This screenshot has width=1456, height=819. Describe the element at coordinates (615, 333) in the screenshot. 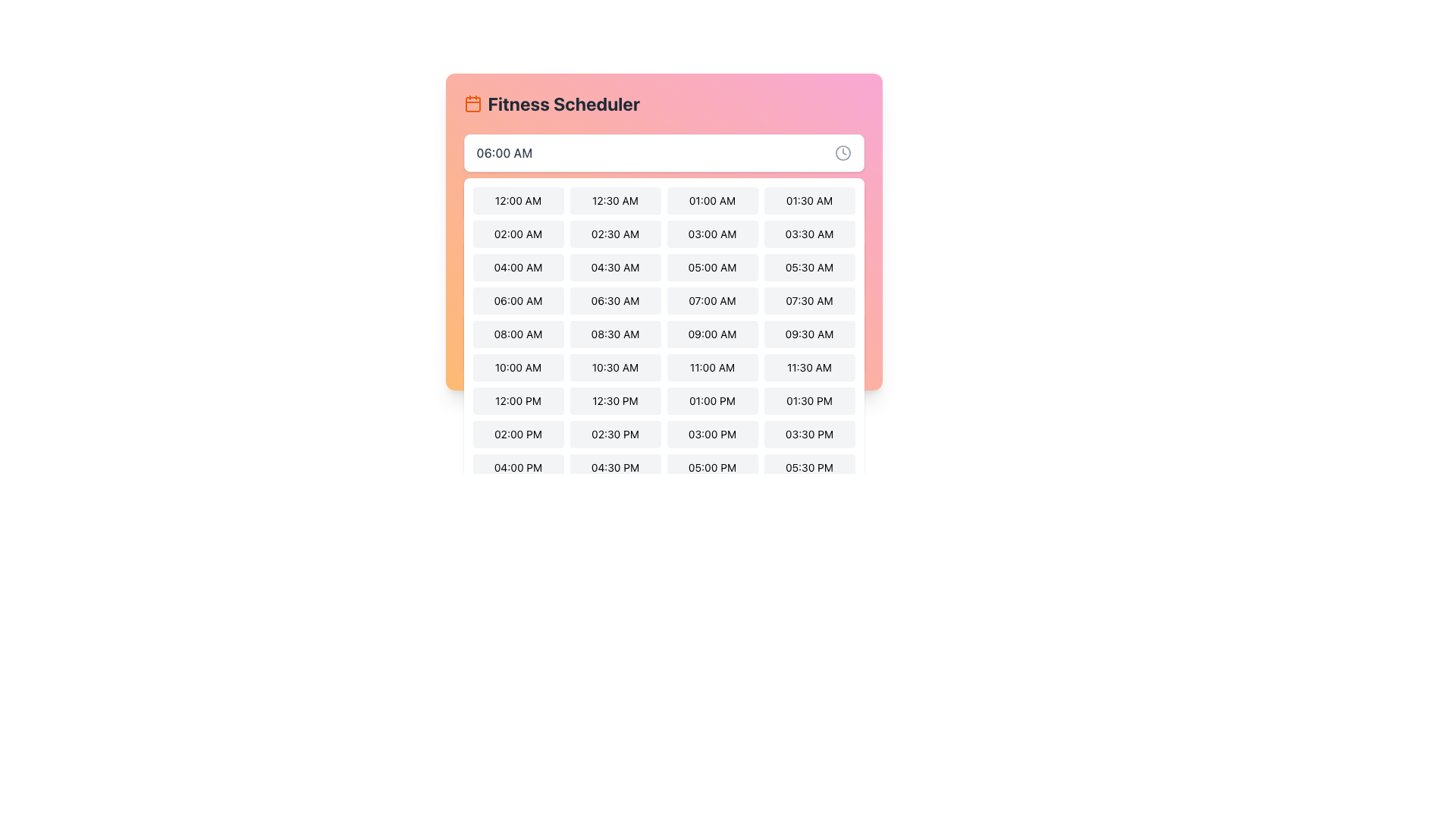

I see `the rectangular button labeled '08:30 AM' located in the fifth row and second column of the 'Fitness Scheduler' section` at that location.